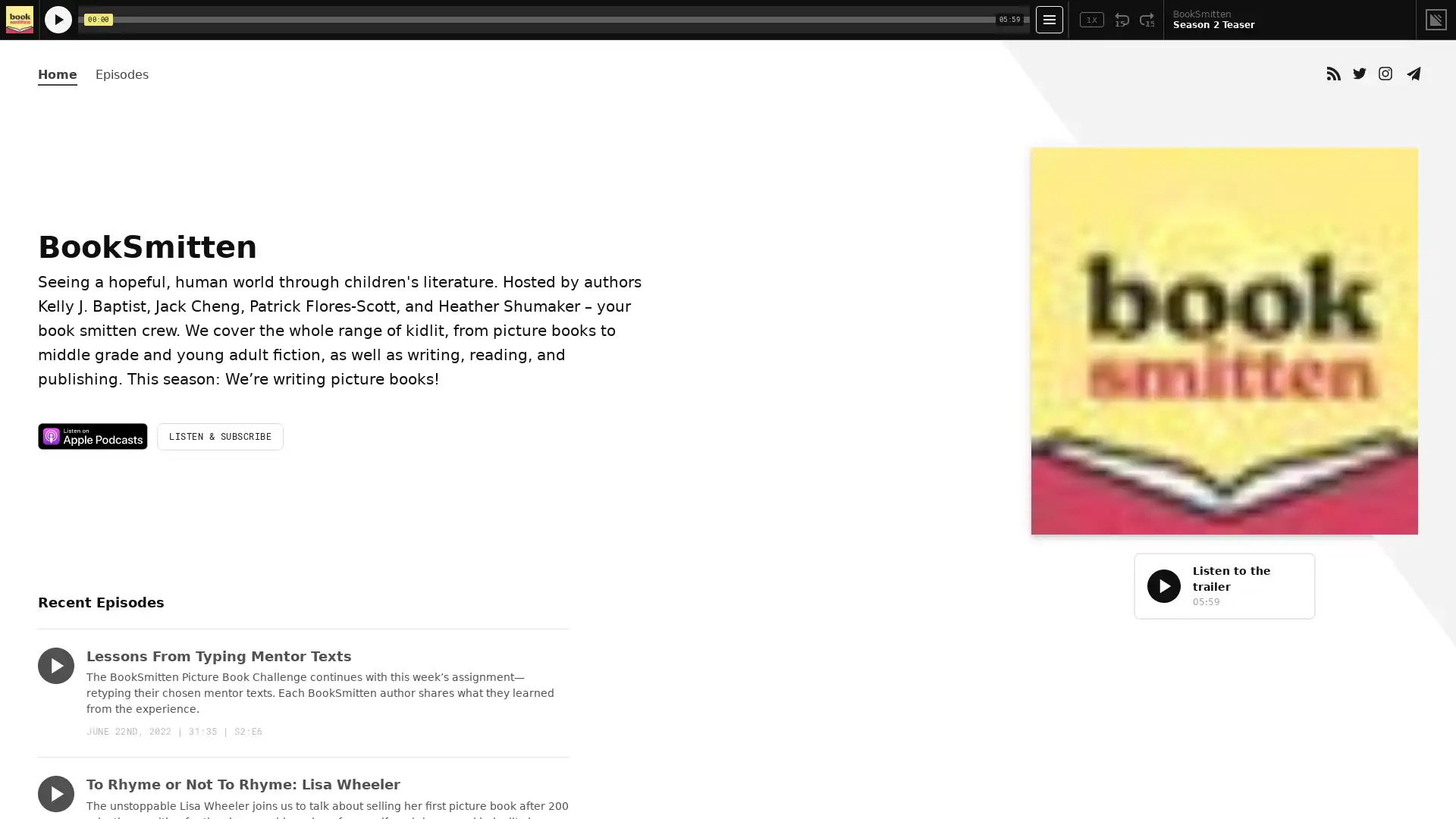 Image resolution: width=1456 pixels, height=819 pixels. Describe the element at coordinates (55, 665) in the screenshot. I see `Play` at that location.